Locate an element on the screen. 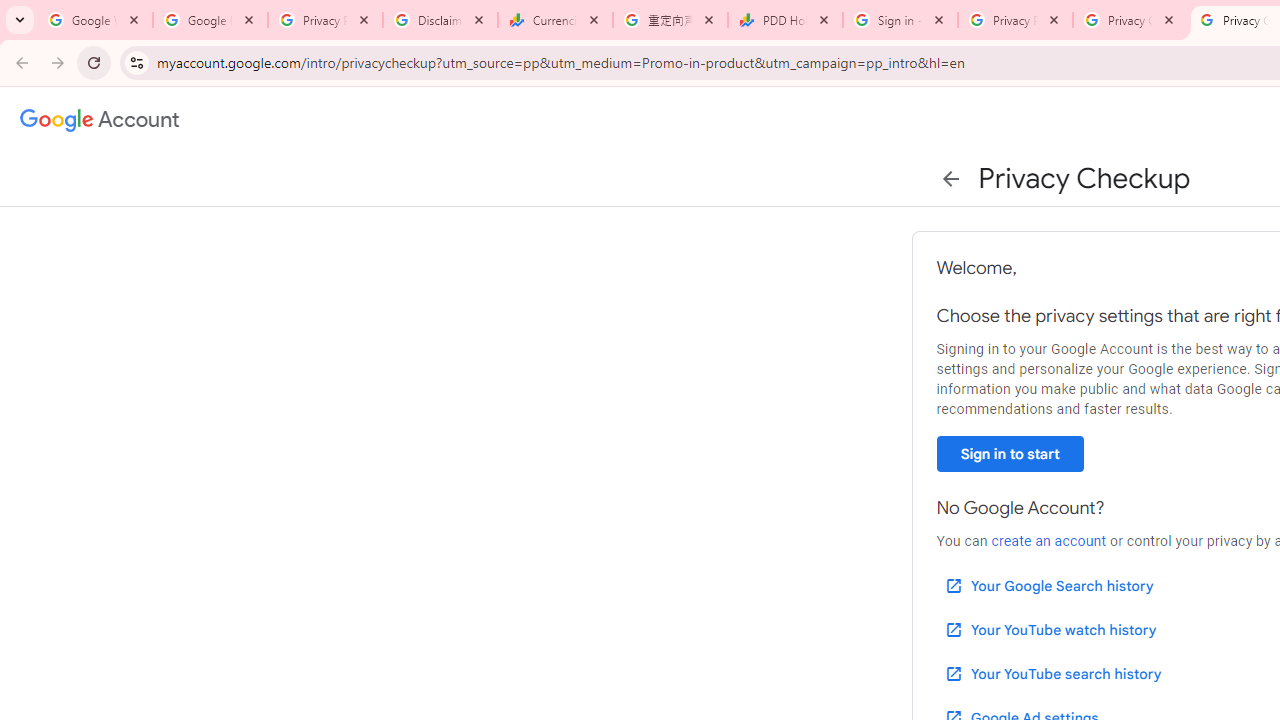  'Your YouTube search history' is located at coordinates (1051, 673).